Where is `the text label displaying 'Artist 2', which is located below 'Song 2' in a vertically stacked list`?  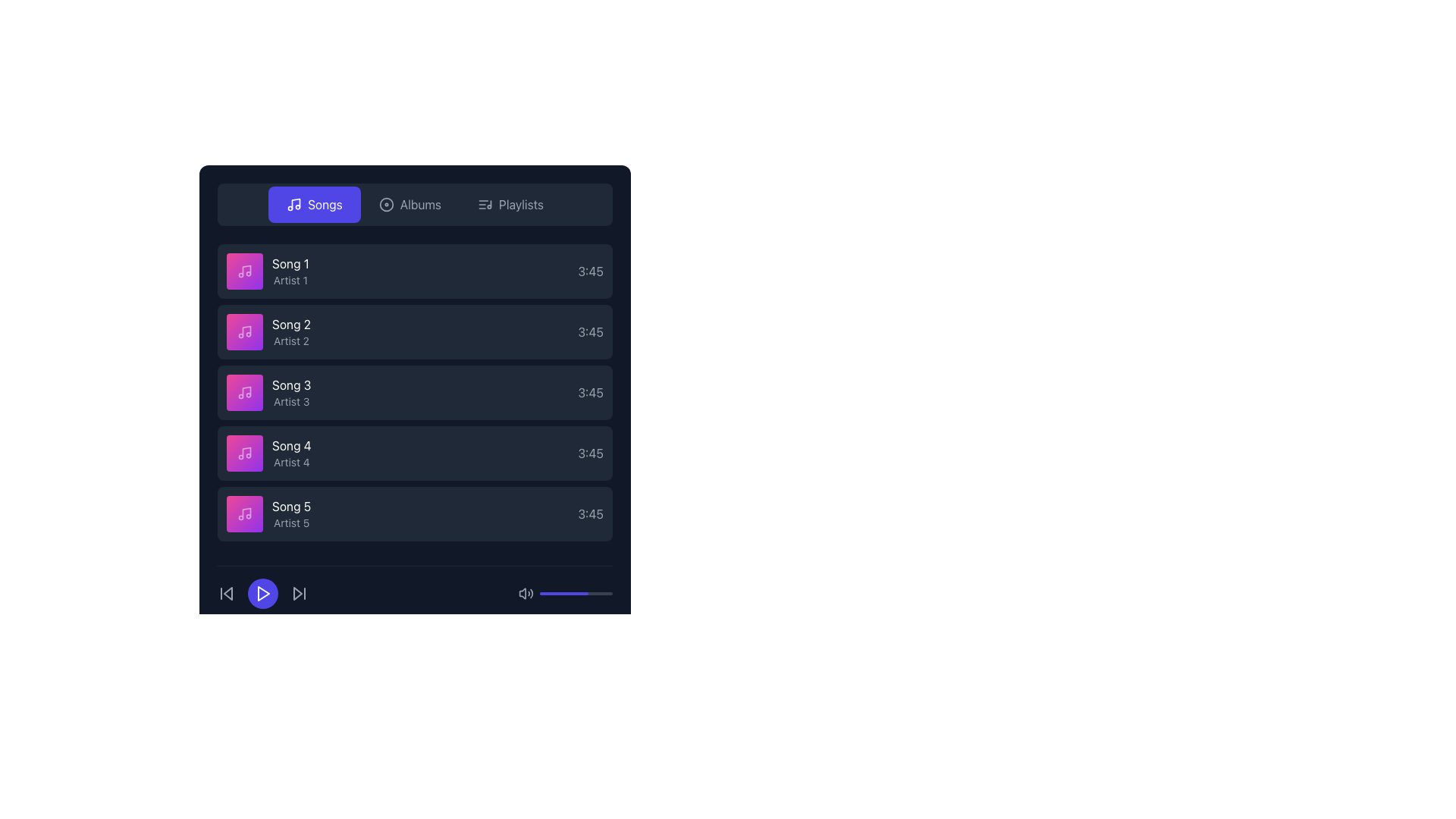
the text label displaying 'Artist 2', which is located below 'Song 2' in a vertically stacked list is located at coordinates (291, 341).